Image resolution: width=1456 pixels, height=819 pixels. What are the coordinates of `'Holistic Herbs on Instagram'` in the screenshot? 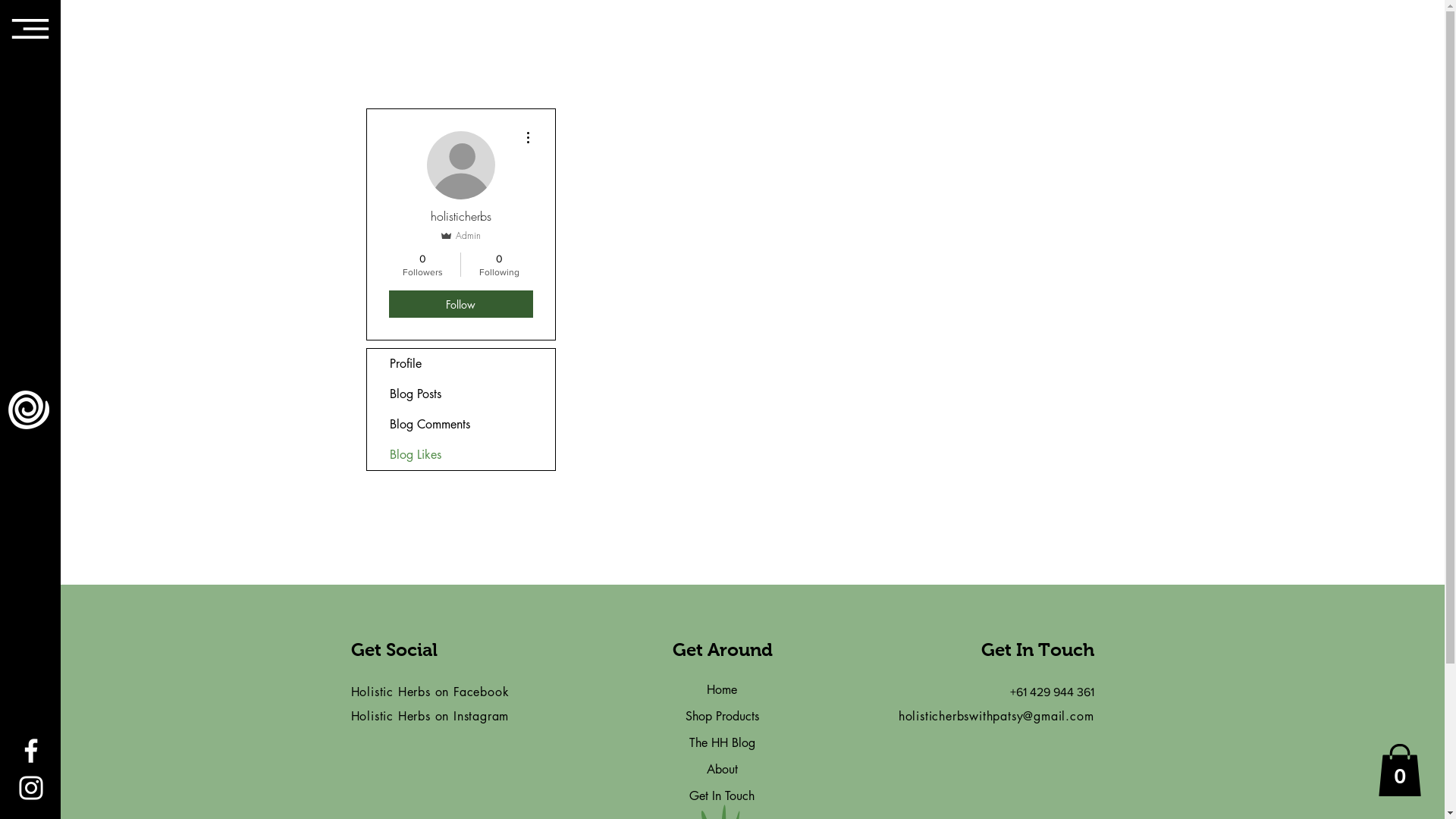 It's located at (428, 716).